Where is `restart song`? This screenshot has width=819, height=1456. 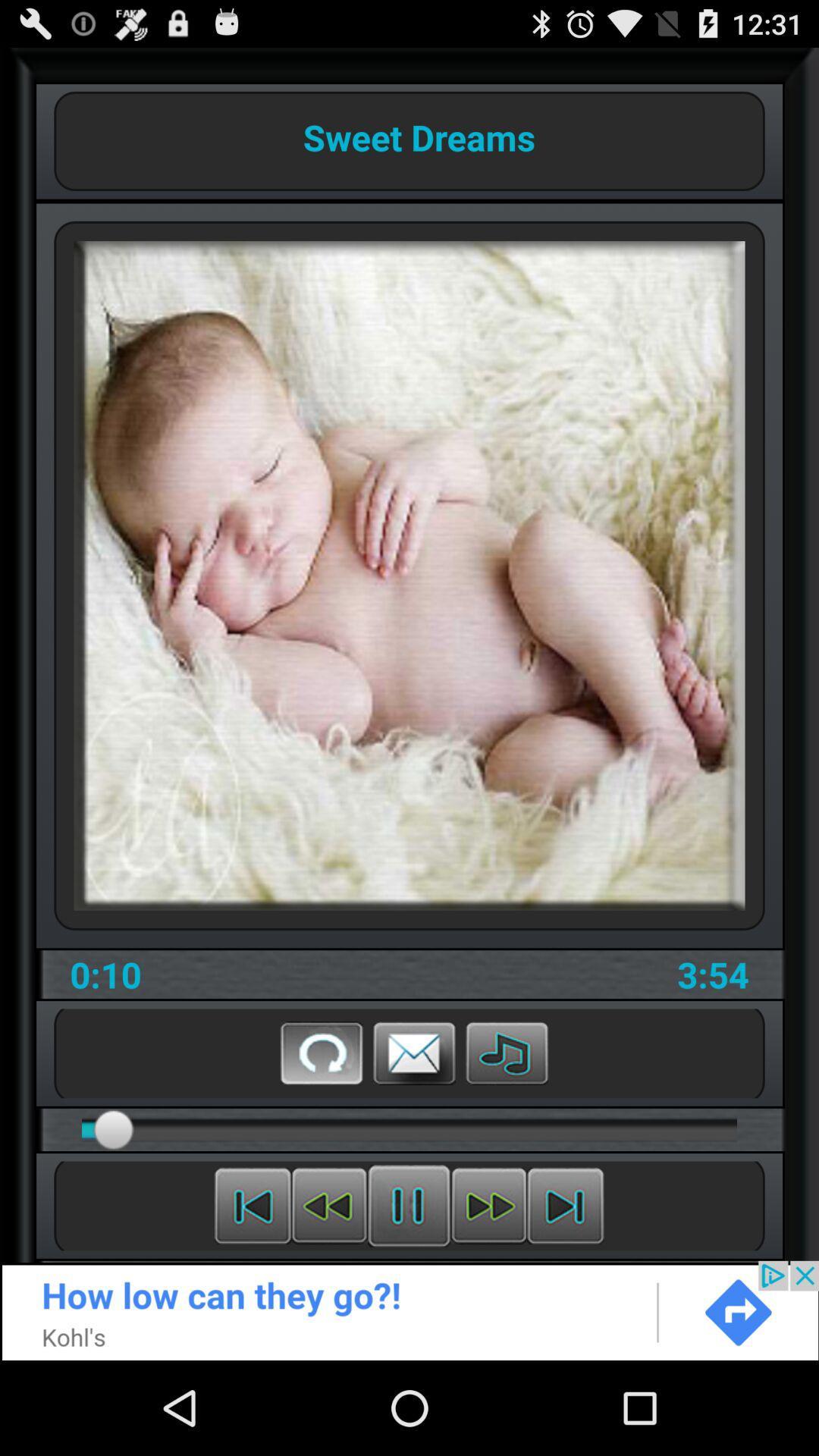
restart song is located at coordinates (321, 1052).